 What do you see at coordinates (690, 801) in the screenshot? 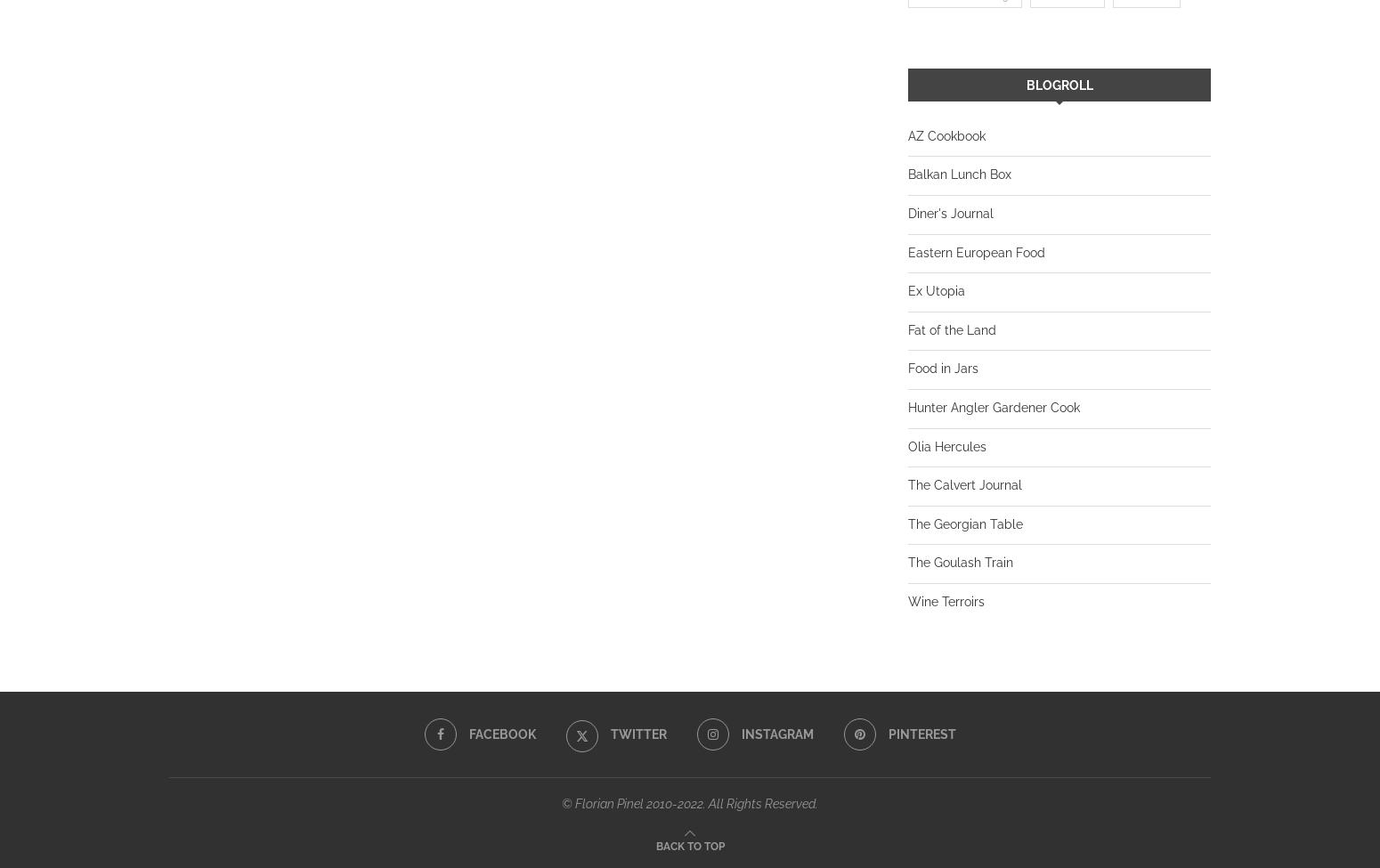
I see `'© Florian Pinel 2010-2022. All Rights Reserved.'` at bounding box center [690, 801].